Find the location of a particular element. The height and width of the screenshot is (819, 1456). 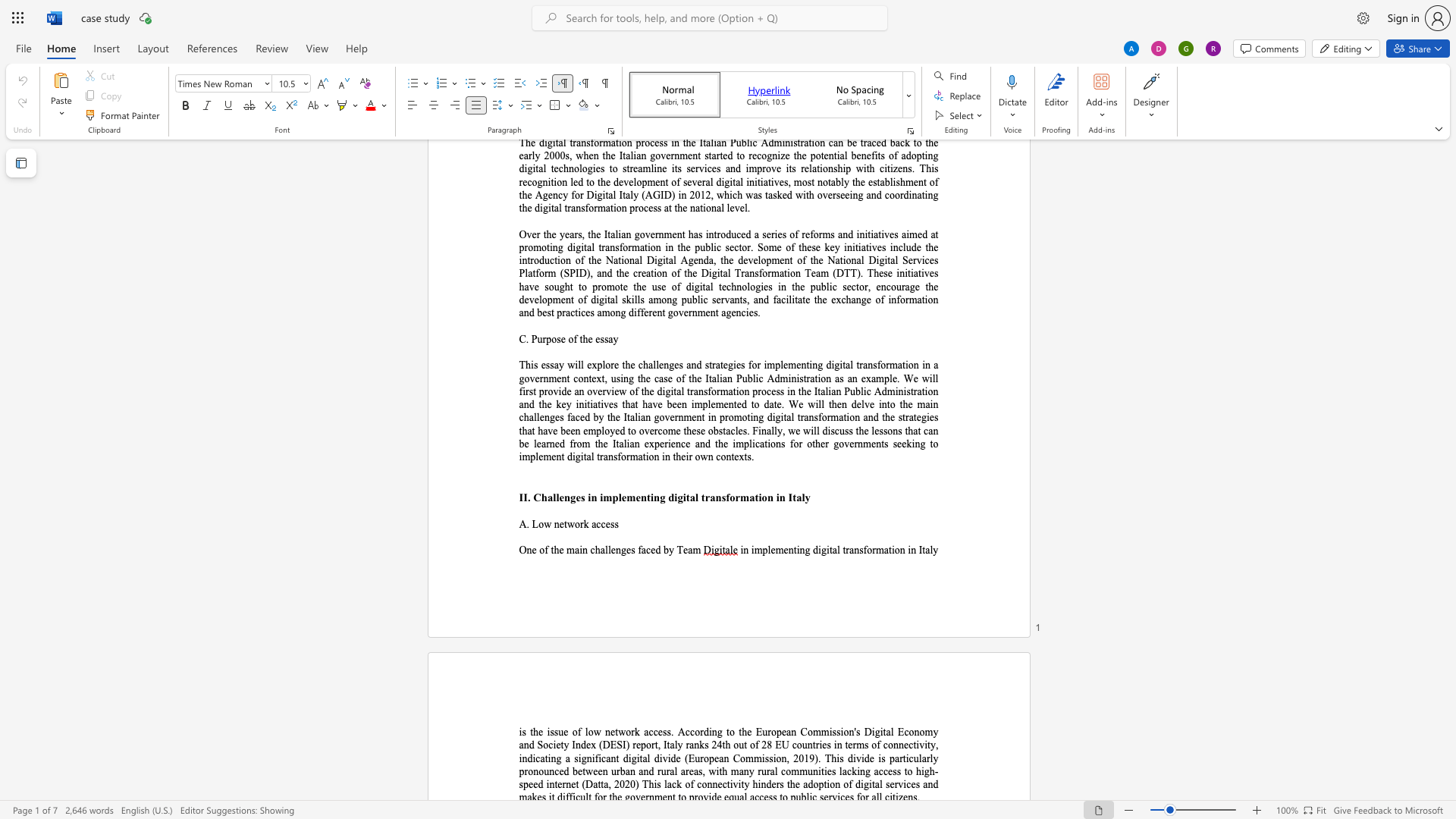

the space between the continuous character "n" and "o" in the text is located at coordinates (918, 731).